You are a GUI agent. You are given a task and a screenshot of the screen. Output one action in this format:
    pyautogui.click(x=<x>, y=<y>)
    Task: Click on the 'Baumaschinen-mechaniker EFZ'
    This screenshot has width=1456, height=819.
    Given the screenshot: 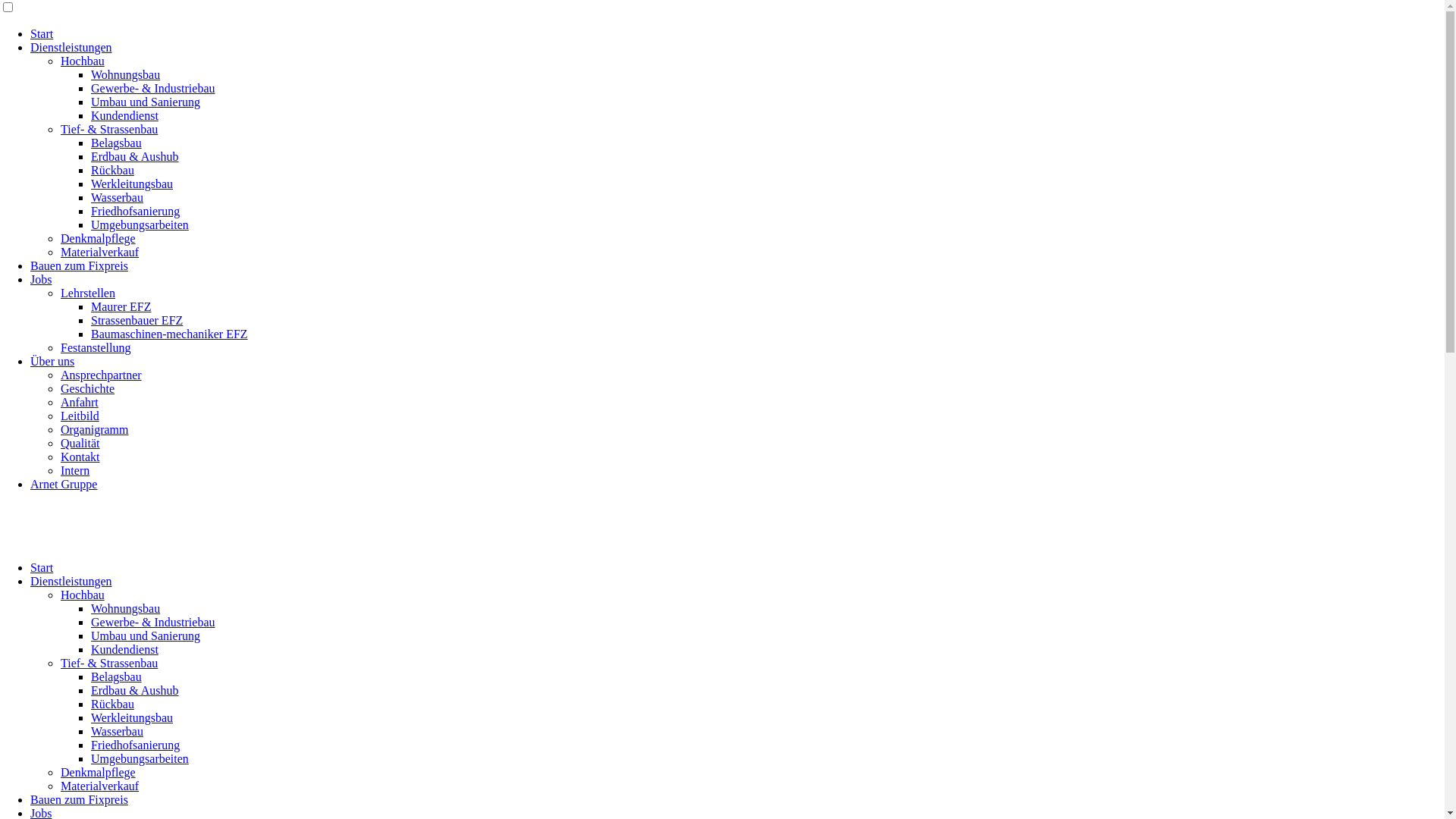 What is the action you would take?
    pyautogui.click(x=169, y=333)
    